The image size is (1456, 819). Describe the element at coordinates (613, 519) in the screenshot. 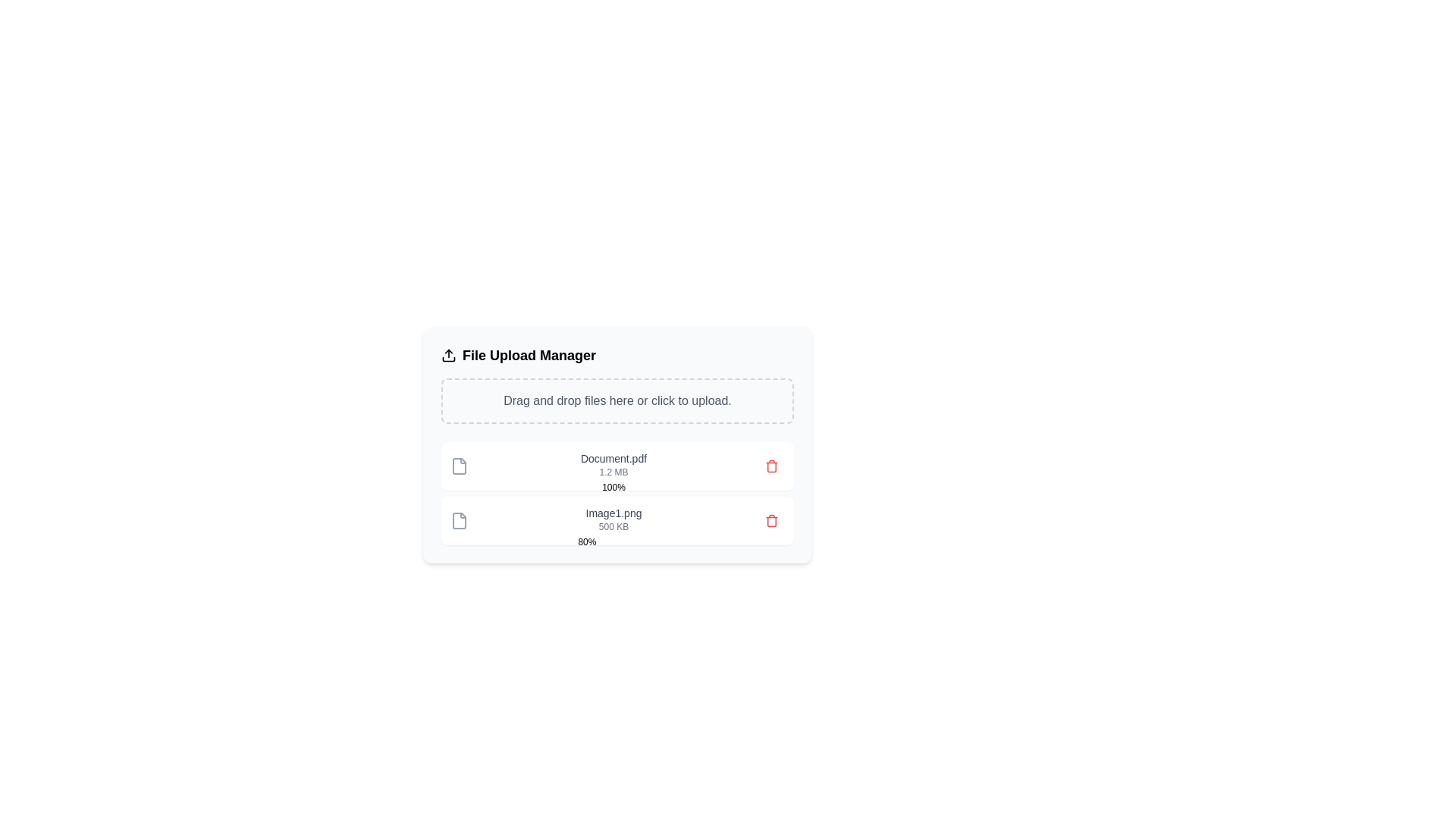

I see `the file entry for 'Image1.png' in the 'File Upload Manager'` at that location.